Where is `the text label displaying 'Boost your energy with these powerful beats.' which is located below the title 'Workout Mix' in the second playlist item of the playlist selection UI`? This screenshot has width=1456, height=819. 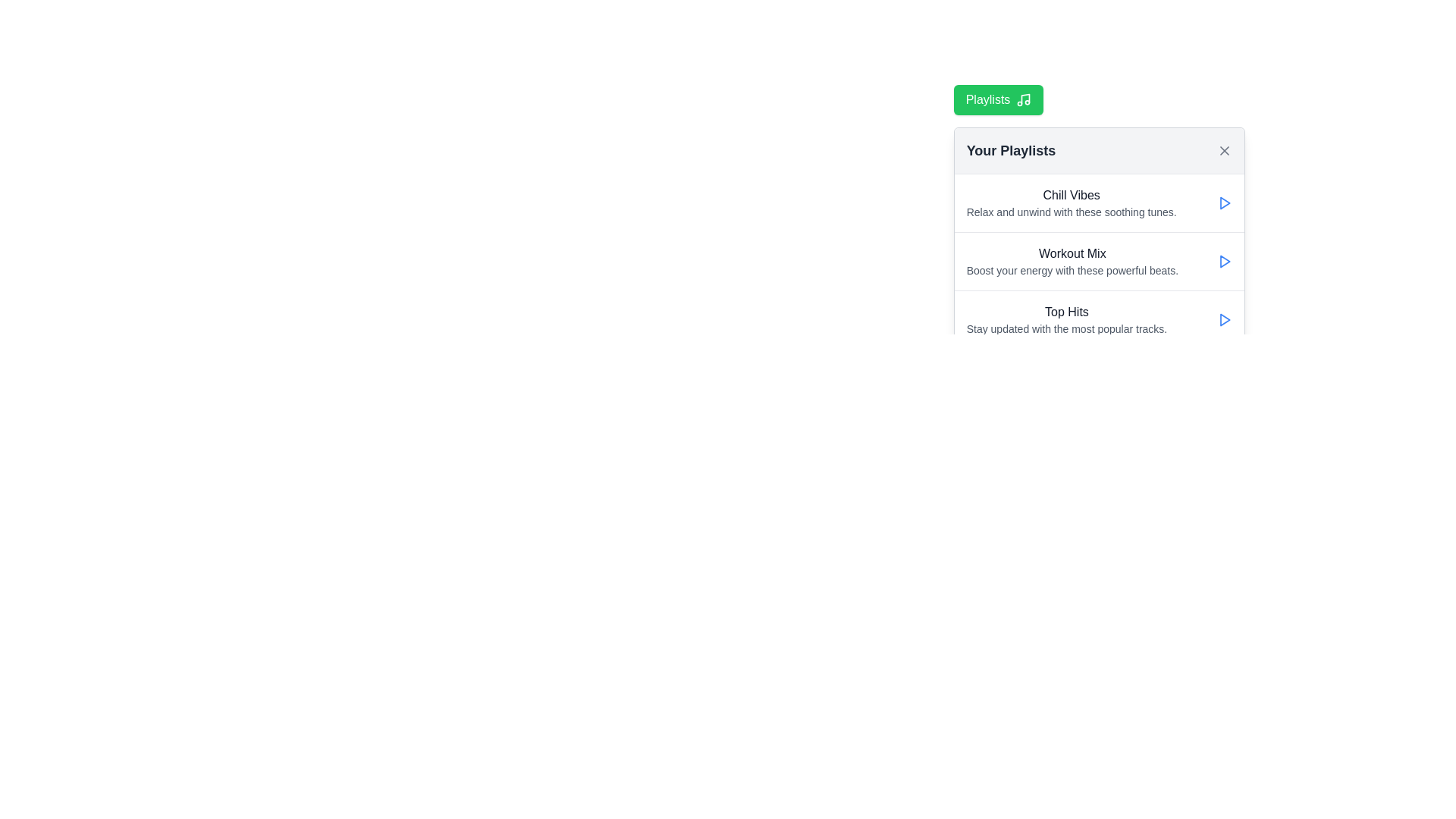 the text label displaying 'Boost your energy with these powerful beats.' which is located below the title 'Workout Mix' in the second playlist item of the playlist selection UI is located at coordinates (1072, 270).